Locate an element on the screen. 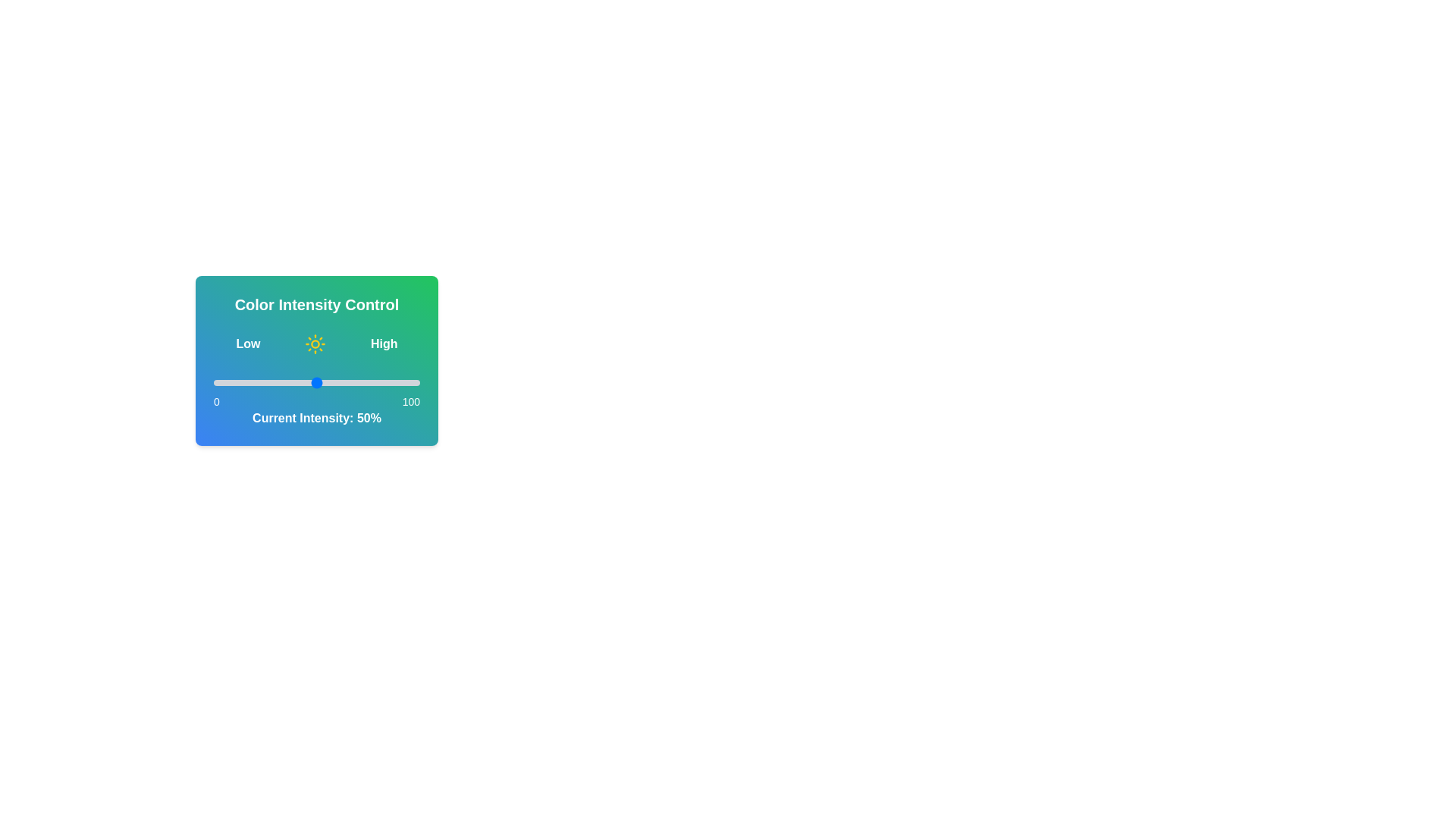 The height and width of the screenshot is (819, 1456). the color intensity is located at coordinates (401, 382).